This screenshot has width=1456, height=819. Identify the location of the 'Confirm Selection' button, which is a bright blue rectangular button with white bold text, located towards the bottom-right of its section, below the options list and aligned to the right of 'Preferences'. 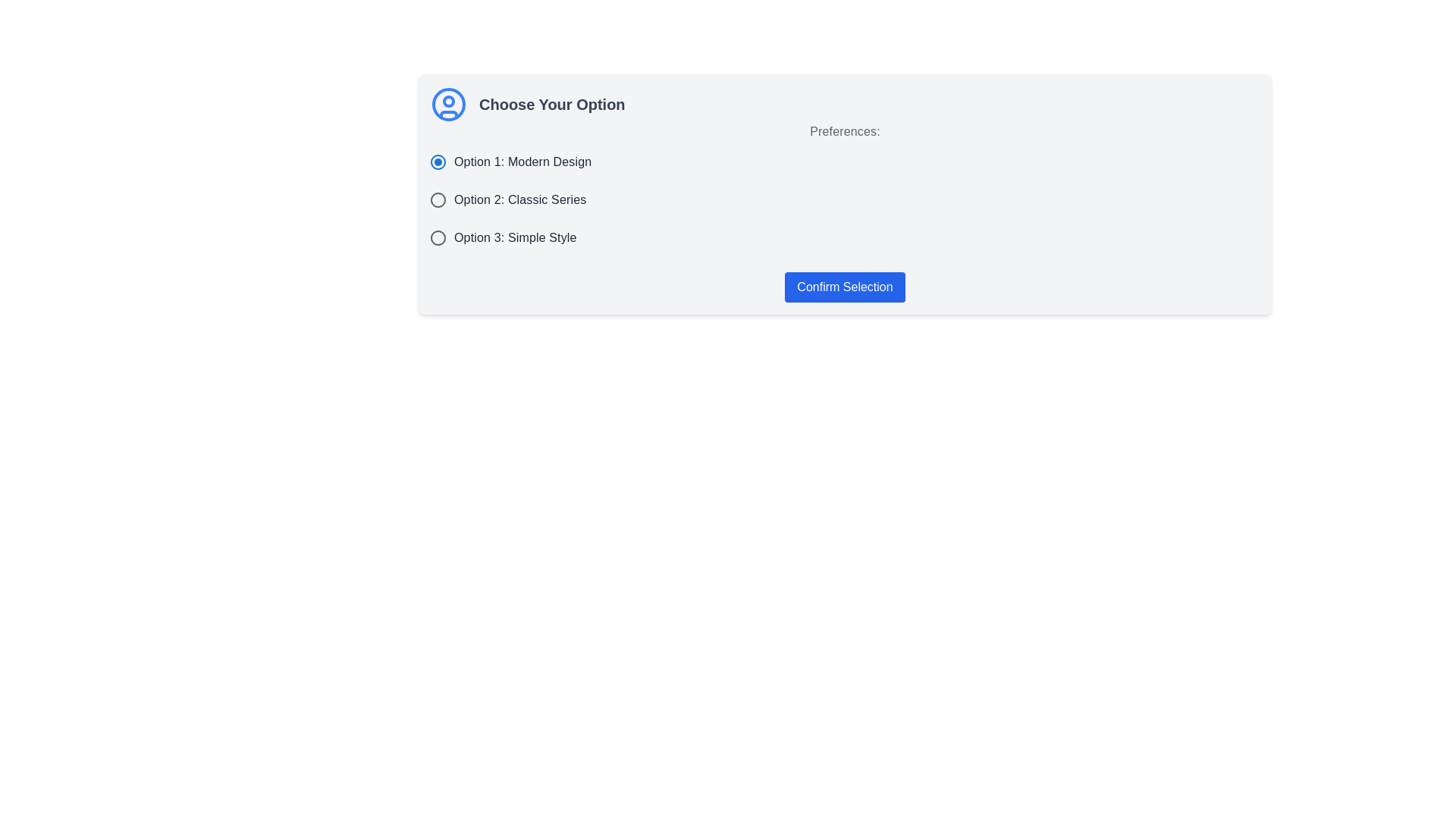
(844, 287).